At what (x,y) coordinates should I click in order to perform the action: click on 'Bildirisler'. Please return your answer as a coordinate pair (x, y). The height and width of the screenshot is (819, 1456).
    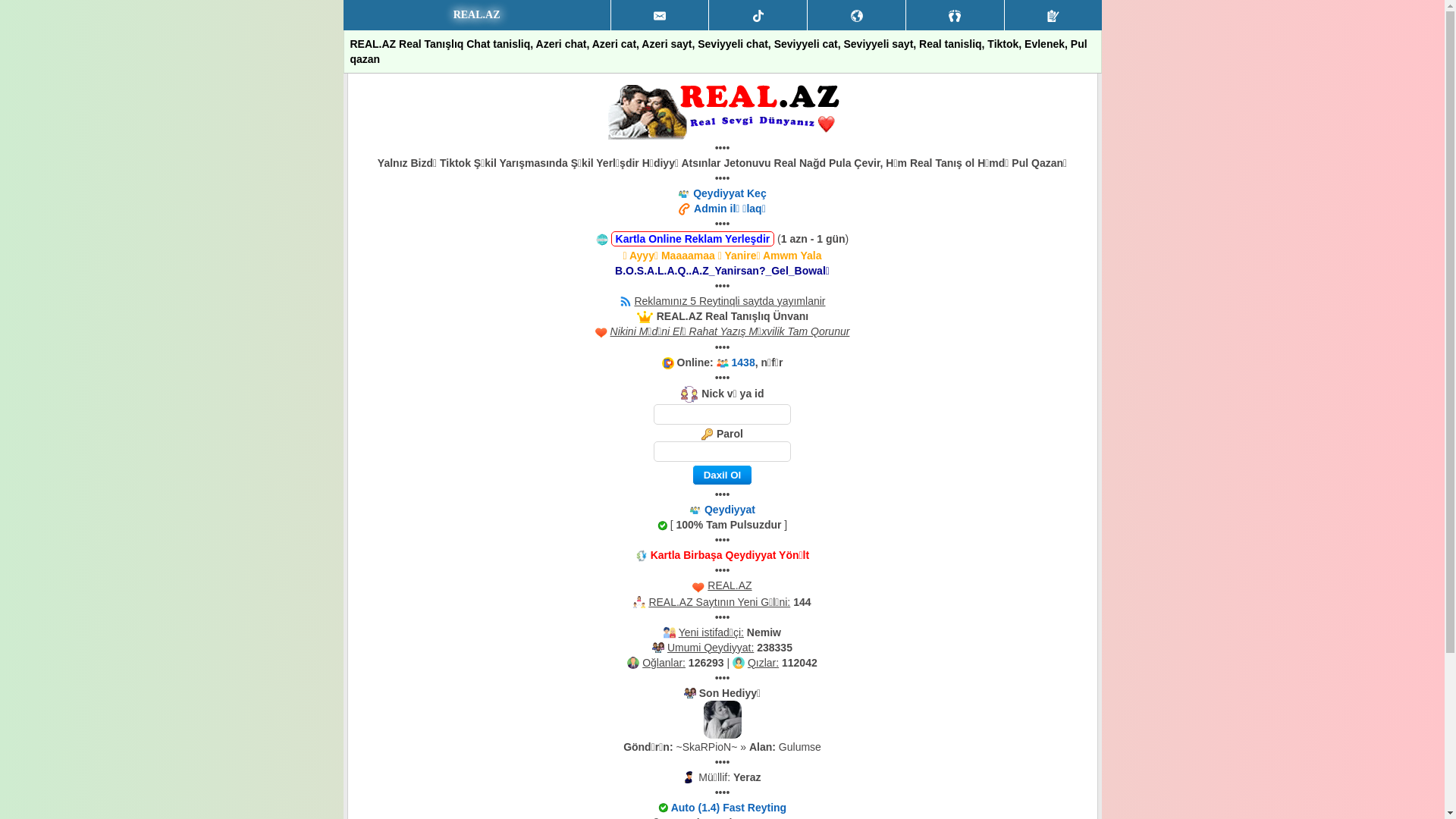
    Looking at the image, I should click on (856, 14).